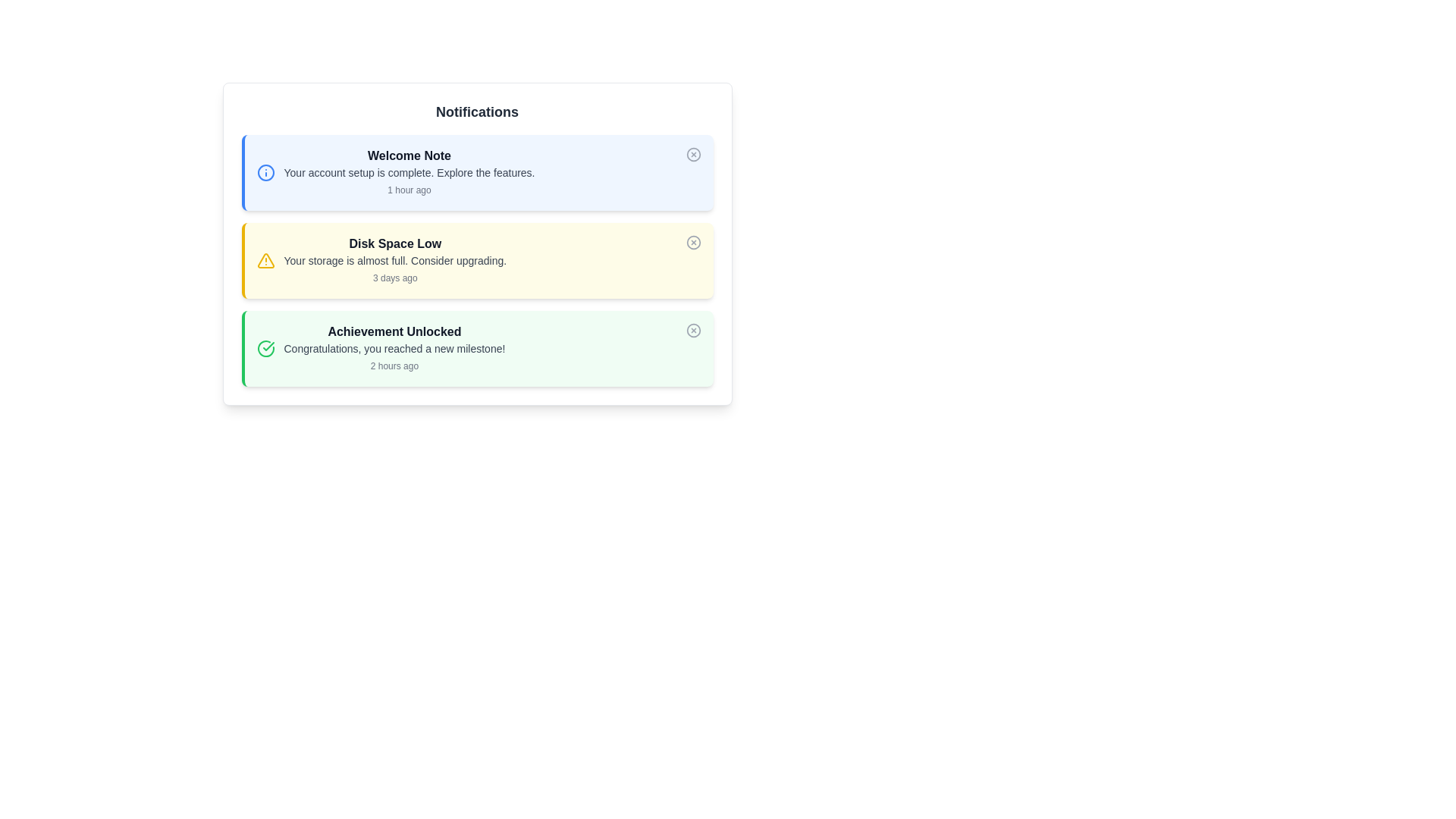 The width and height of the screenshot is (1456, 819). What do you see at coordinates (395, 243) in the screenshot?
I see `the text label displaying 'Disk Space Low', which is the title of the second notification card in a vertically stacked list of notification cards` at bounding box center [395, 243].